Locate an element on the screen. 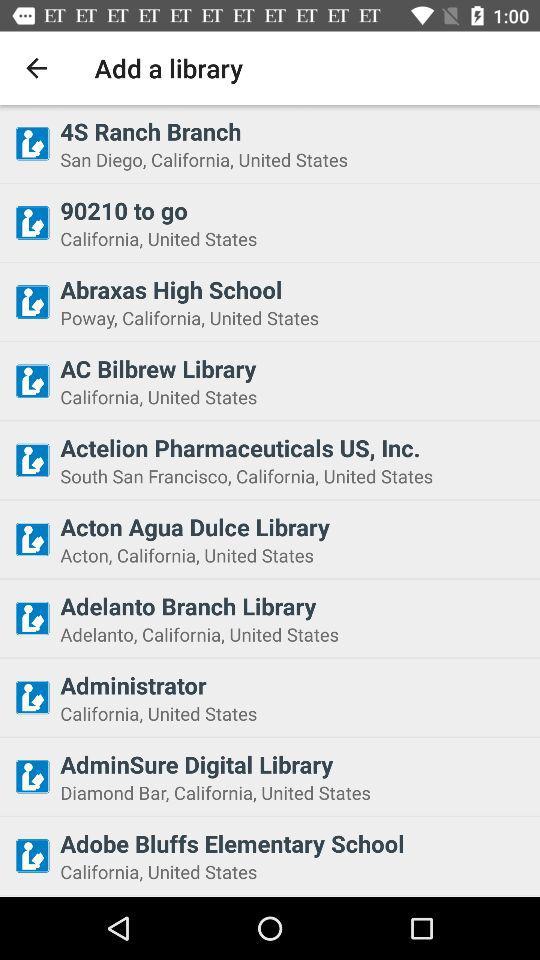 The image size is (540, 960). the item above the poway california united icon is located at coordinates (293, 288).